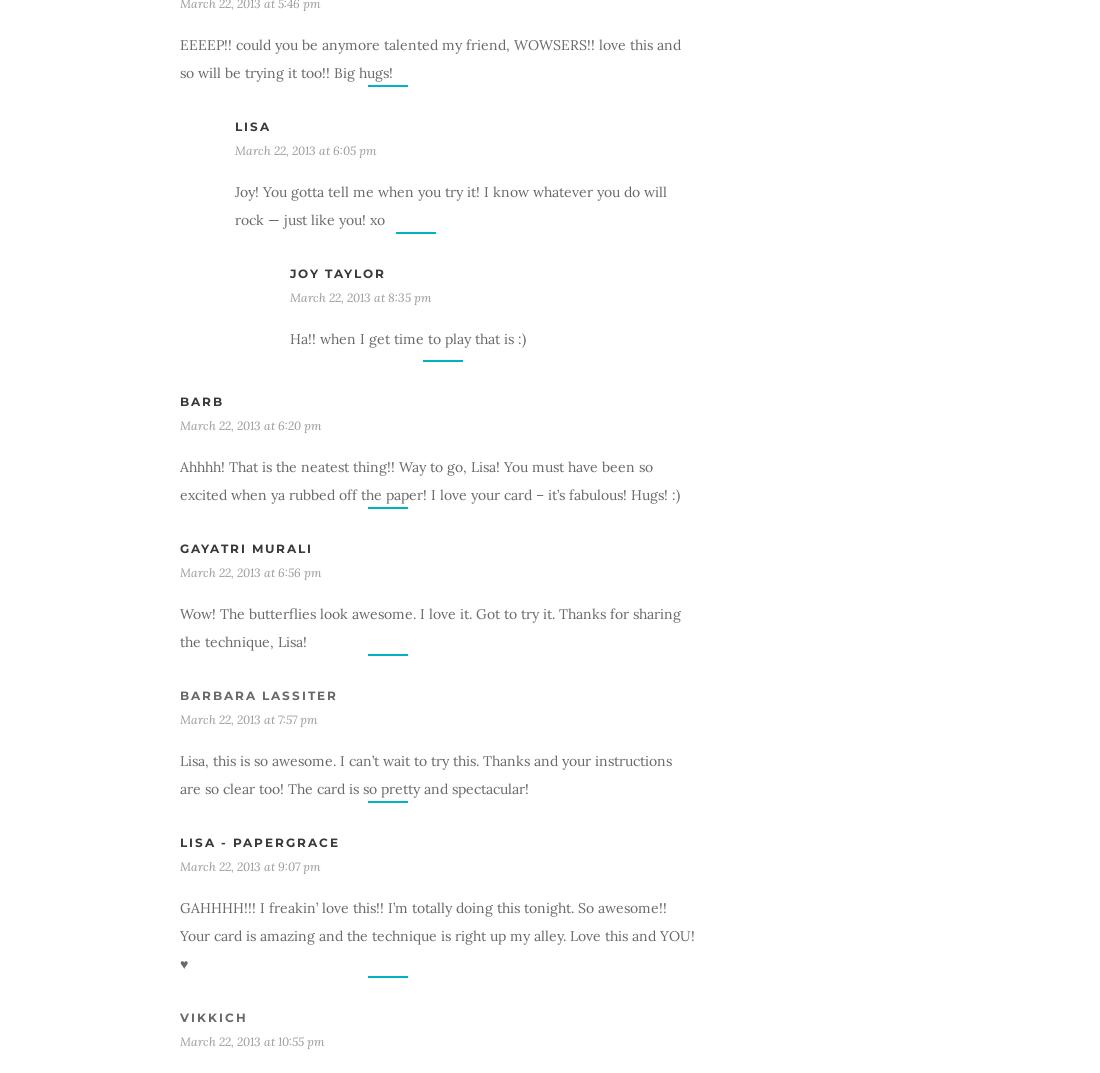  Describe the element at coordinates (259, 694) in the screenshot. I see `'barbara lassiter'` at that location.